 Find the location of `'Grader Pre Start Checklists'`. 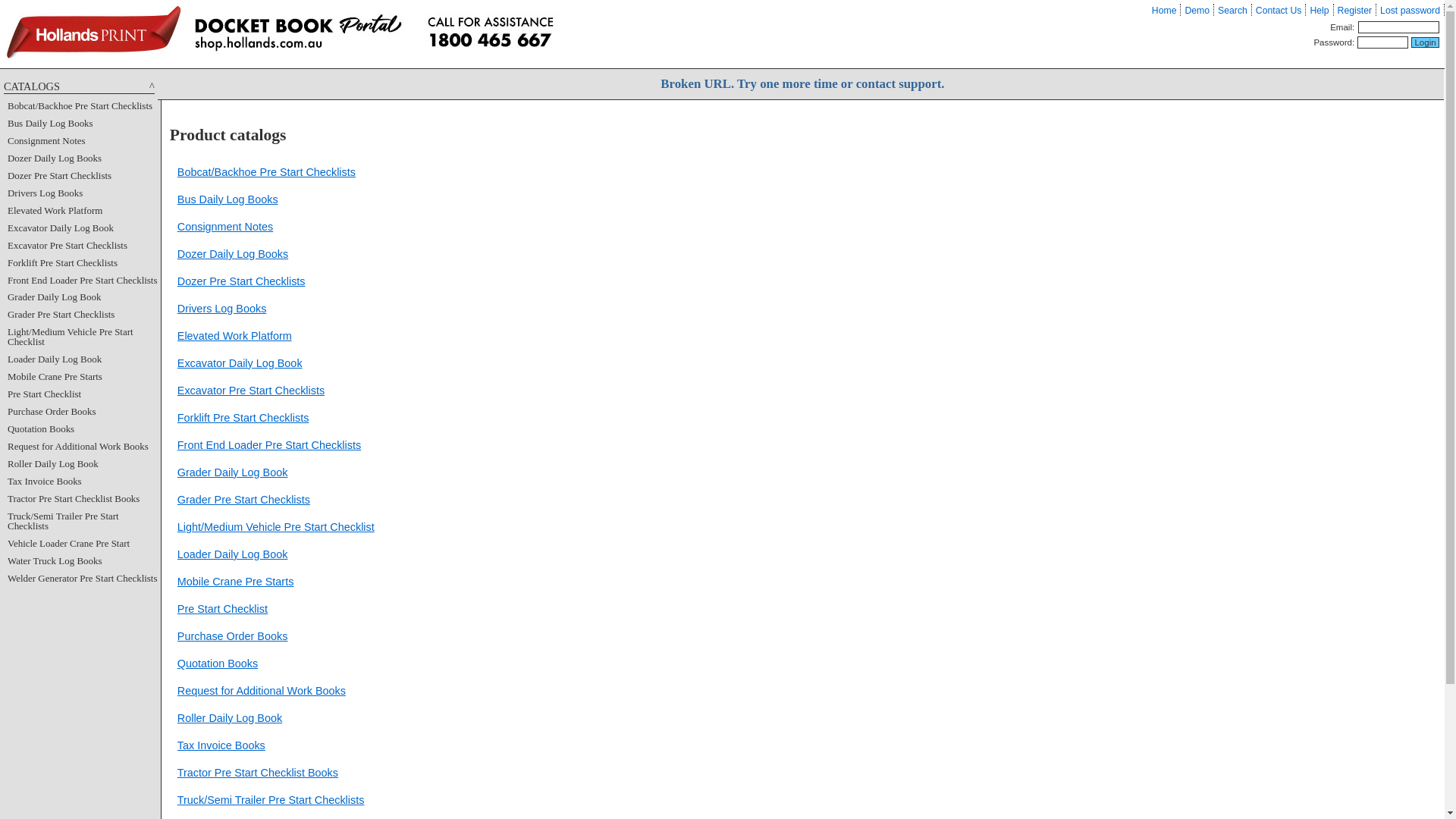

'Grader Pre Start Checklists' is located at coordinates (243, 500).